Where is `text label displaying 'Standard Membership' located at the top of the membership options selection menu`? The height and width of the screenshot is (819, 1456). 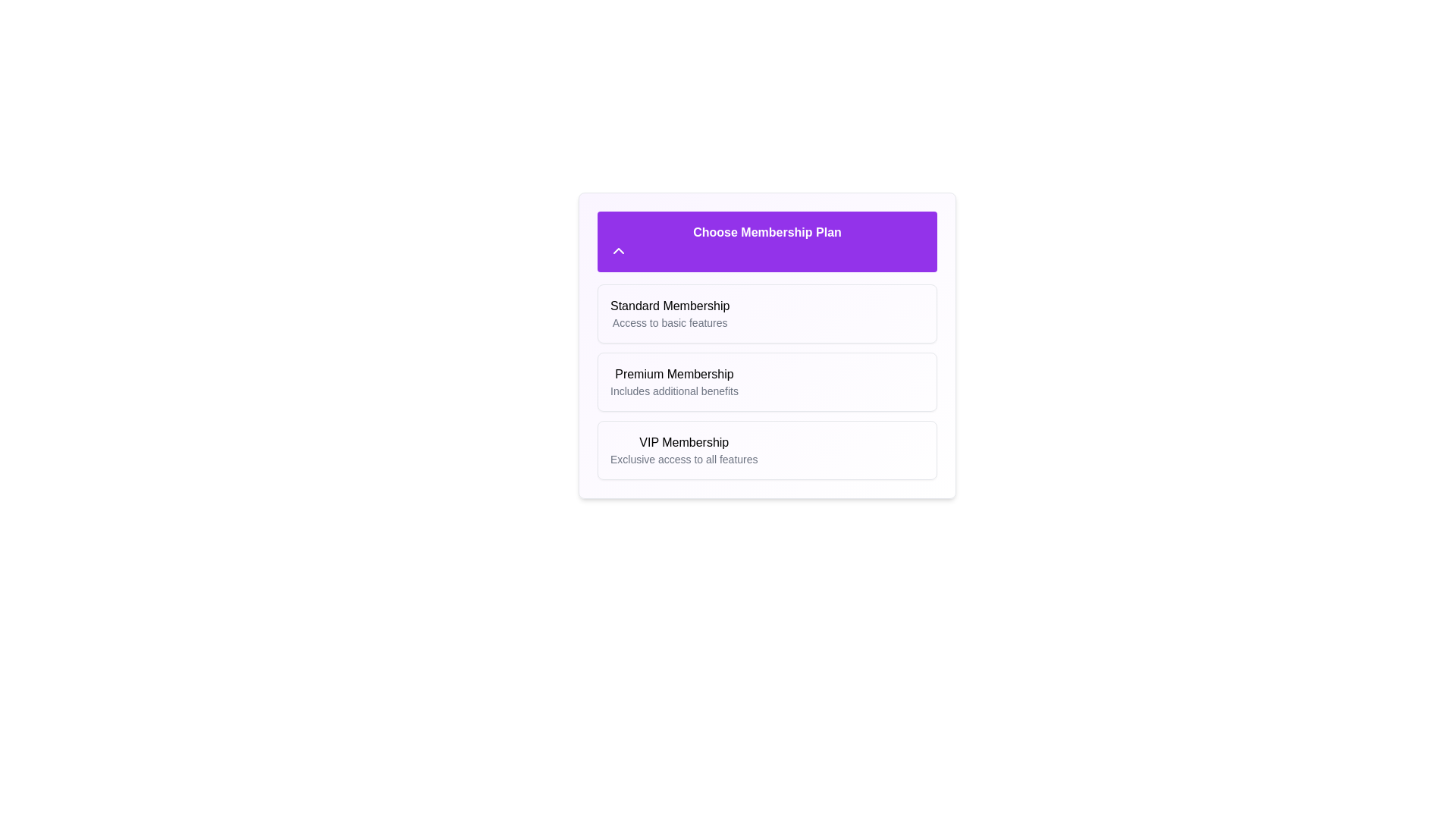
text label displaying 'Standard Membership' located at the top of the membership options selection menu is located at coordinates (669, 306).